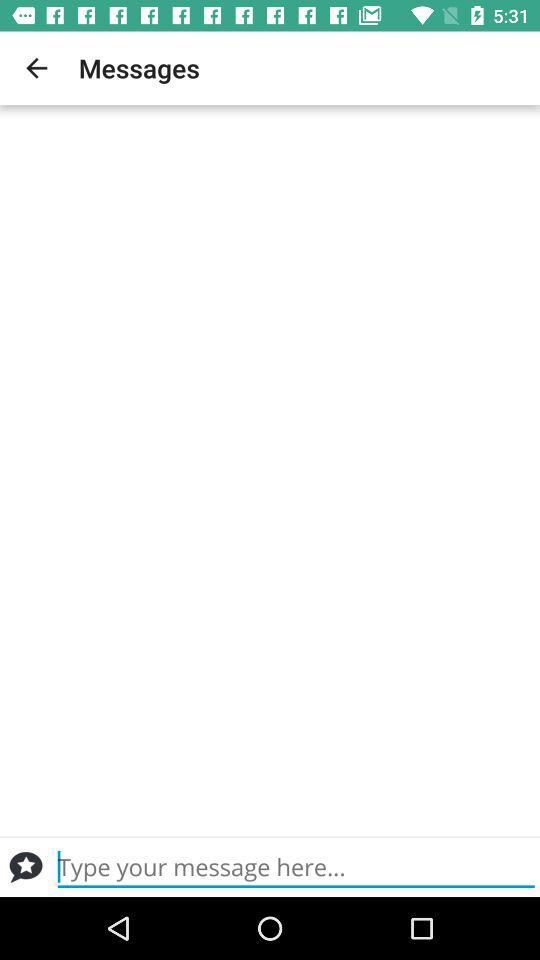 This screenshot has width=540, height=960. I want to click on the chat icon, so click(25, 866).